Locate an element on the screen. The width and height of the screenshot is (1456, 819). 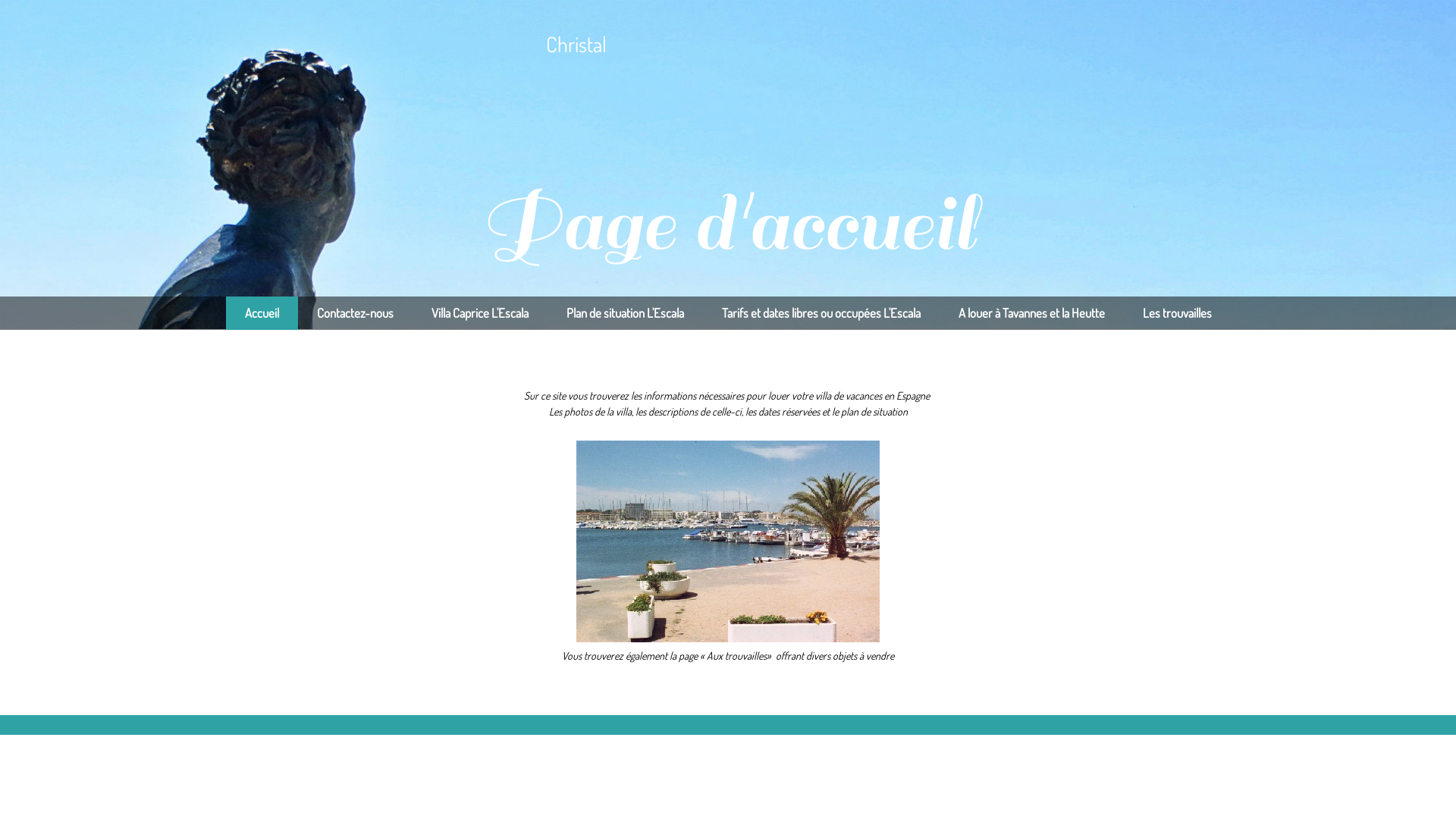
'Villa Caprice L'Escala' is located at coordinates (412, 312).